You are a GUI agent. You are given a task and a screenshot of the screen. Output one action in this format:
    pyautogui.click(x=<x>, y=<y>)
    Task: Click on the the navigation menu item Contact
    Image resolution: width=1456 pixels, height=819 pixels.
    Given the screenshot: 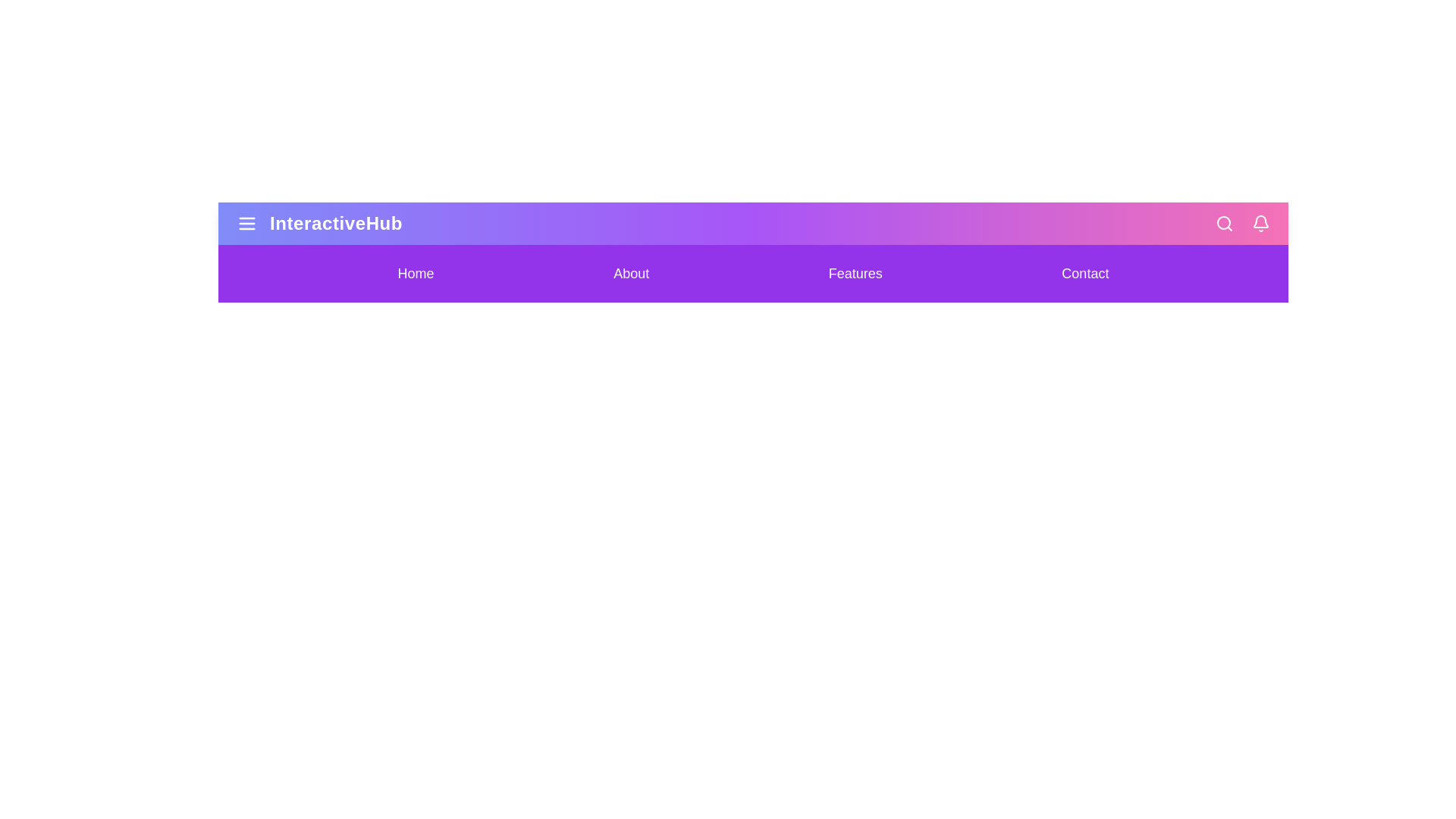 What is the action you would take?
    pyautogui.click(x=1084, y=274)
    